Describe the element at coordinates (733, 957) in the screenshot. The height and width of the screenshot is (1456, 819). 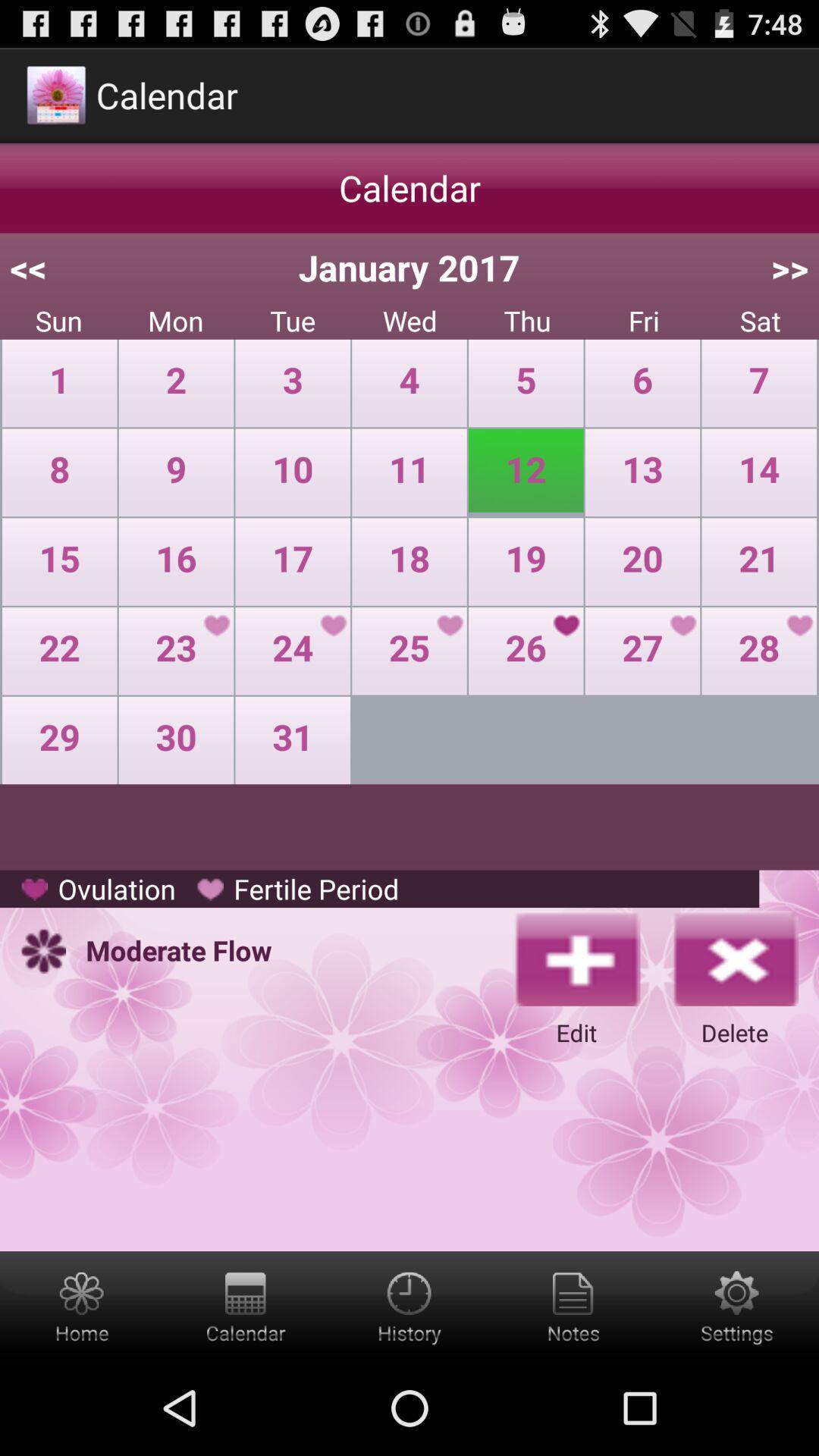
I see `delete info` at that location.